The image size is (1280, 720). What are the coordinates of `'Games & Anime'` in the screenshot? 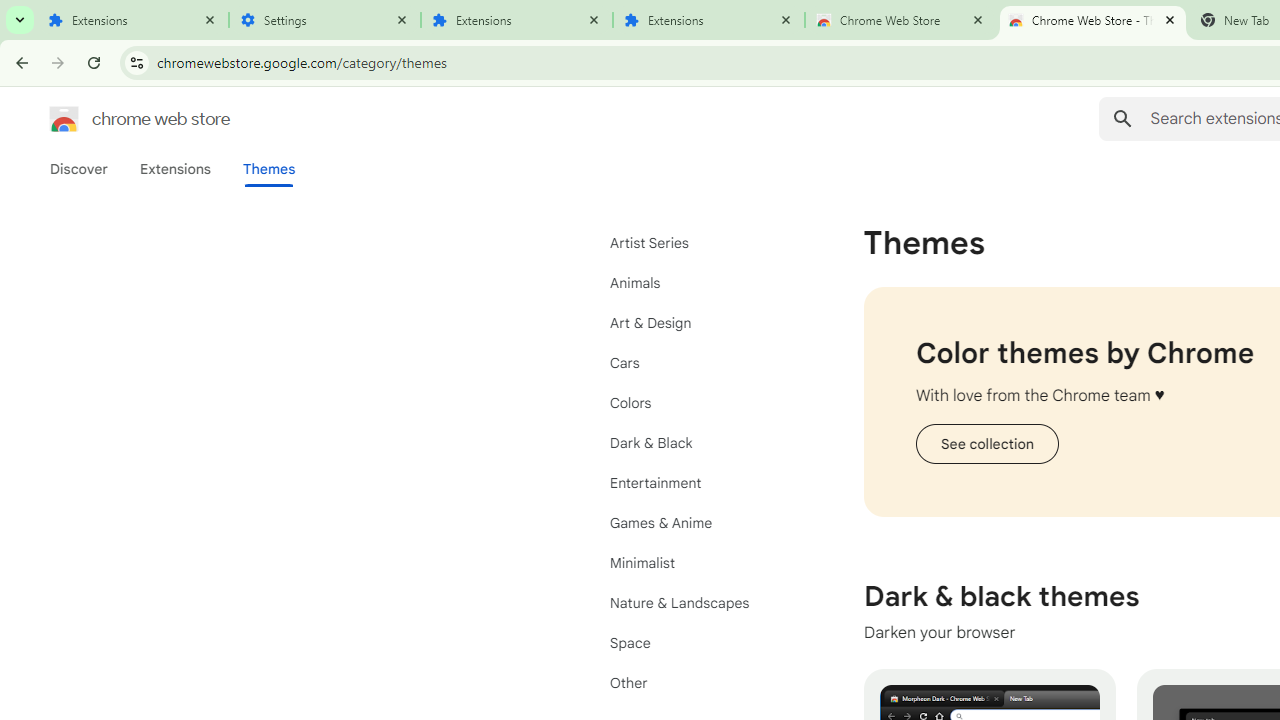 It's located at (700, 522).